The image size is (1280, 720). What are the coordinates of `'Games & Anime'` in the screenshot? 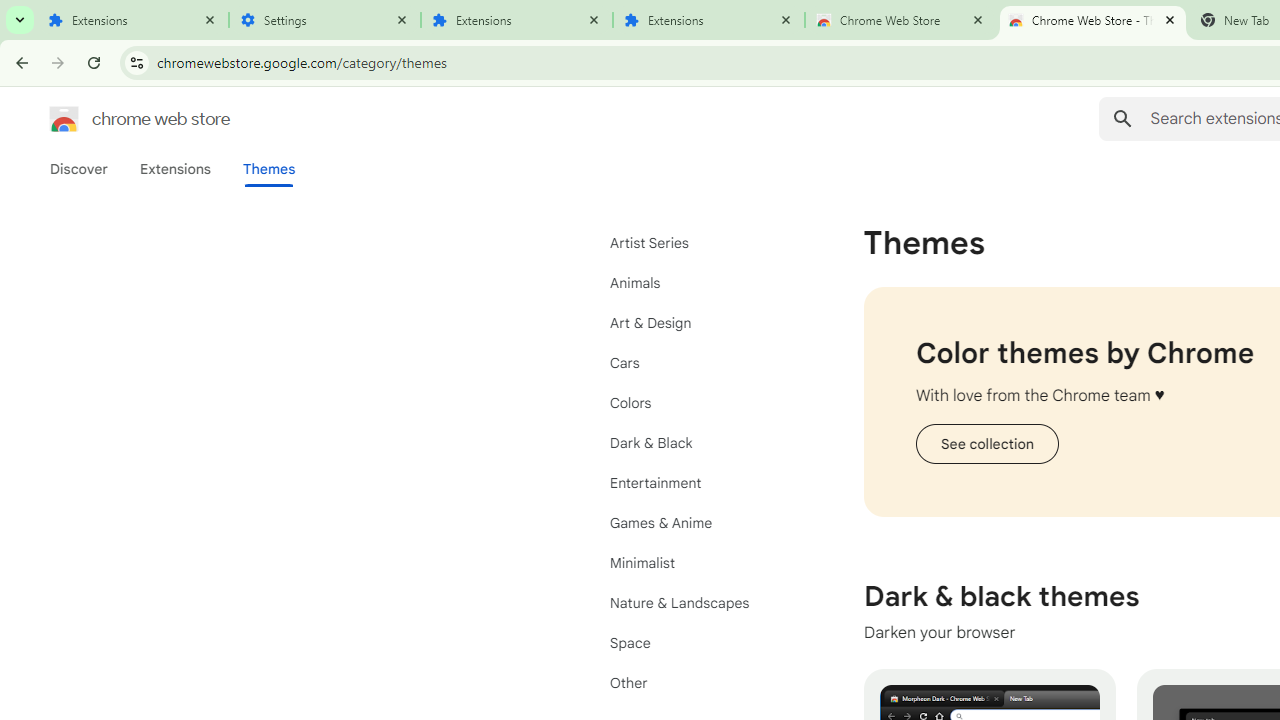 It's located at (700, 522).